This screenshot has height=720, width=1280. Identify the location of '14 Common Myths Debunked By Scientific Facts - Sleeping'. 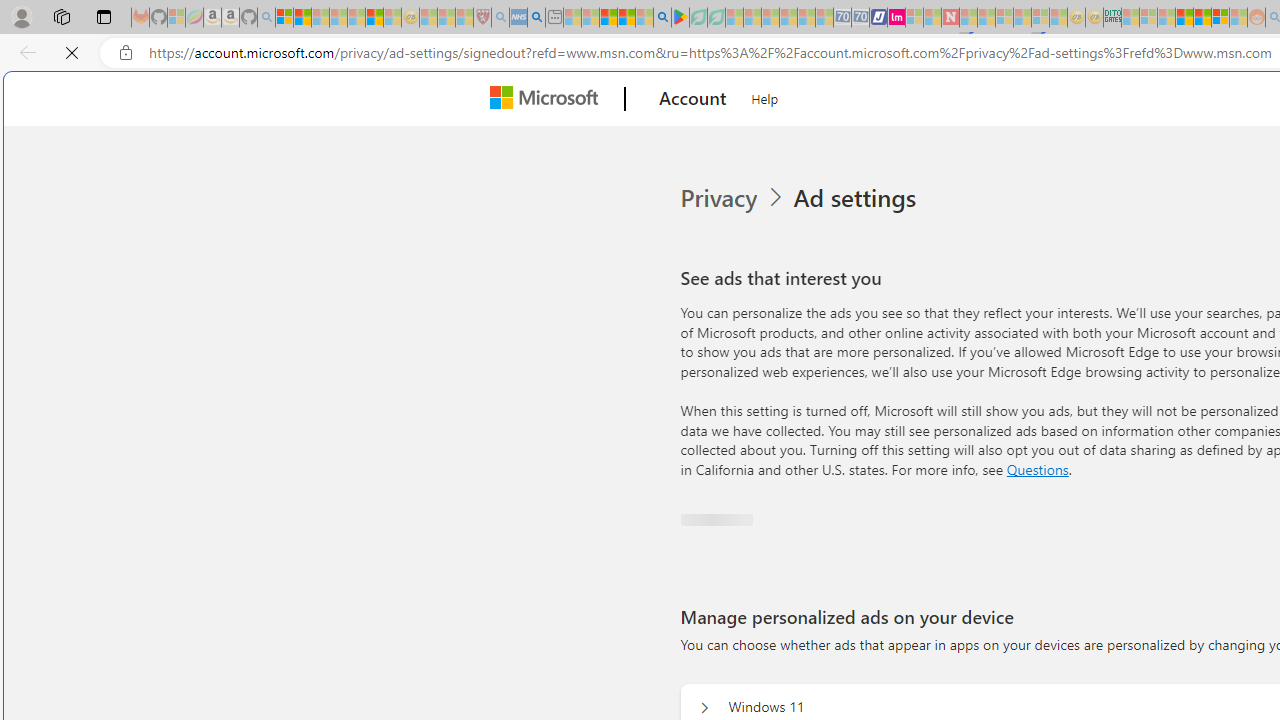
(986, 17).